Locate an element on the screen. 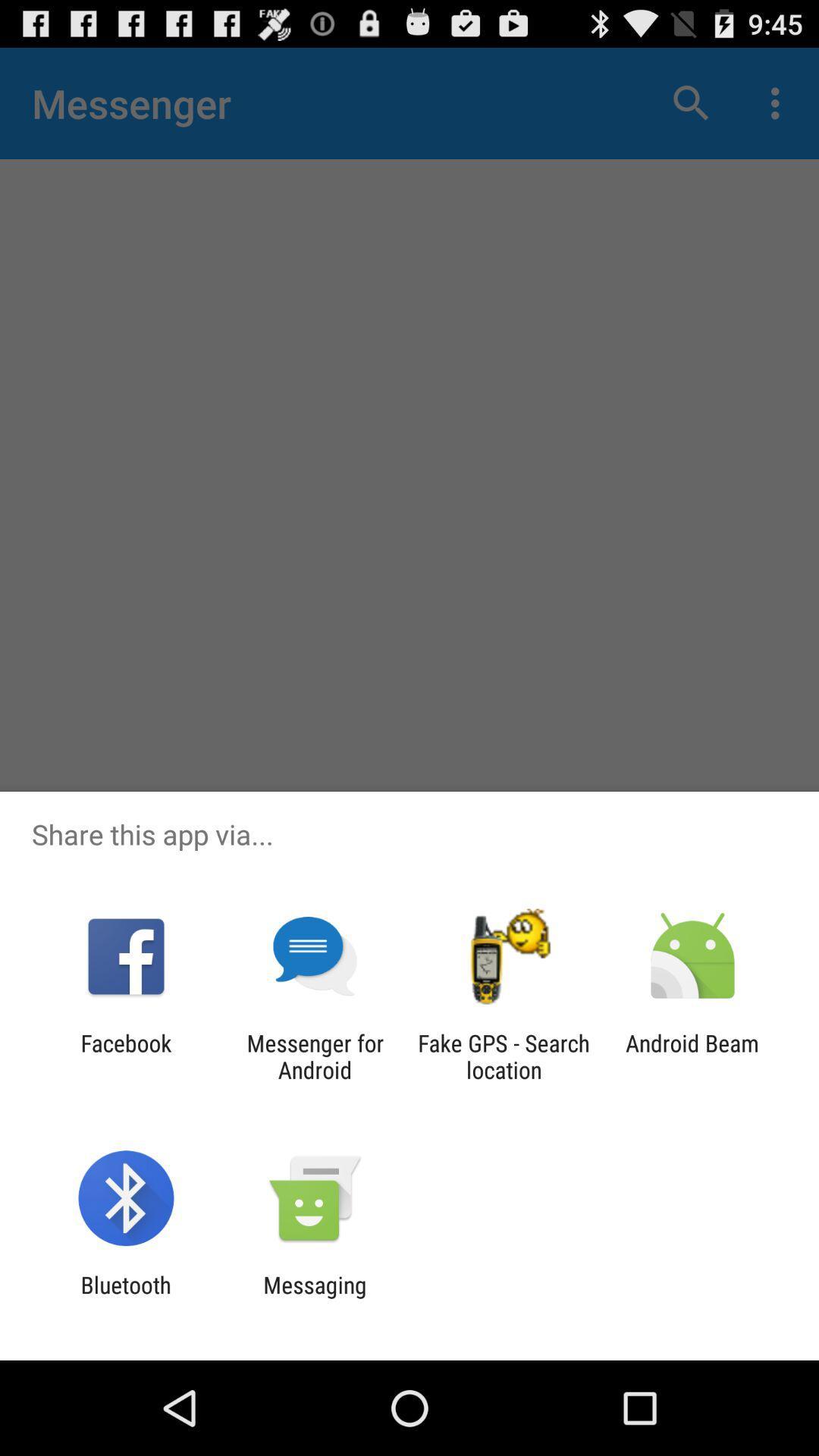  messaging item is located at coordinates (314, 1298).